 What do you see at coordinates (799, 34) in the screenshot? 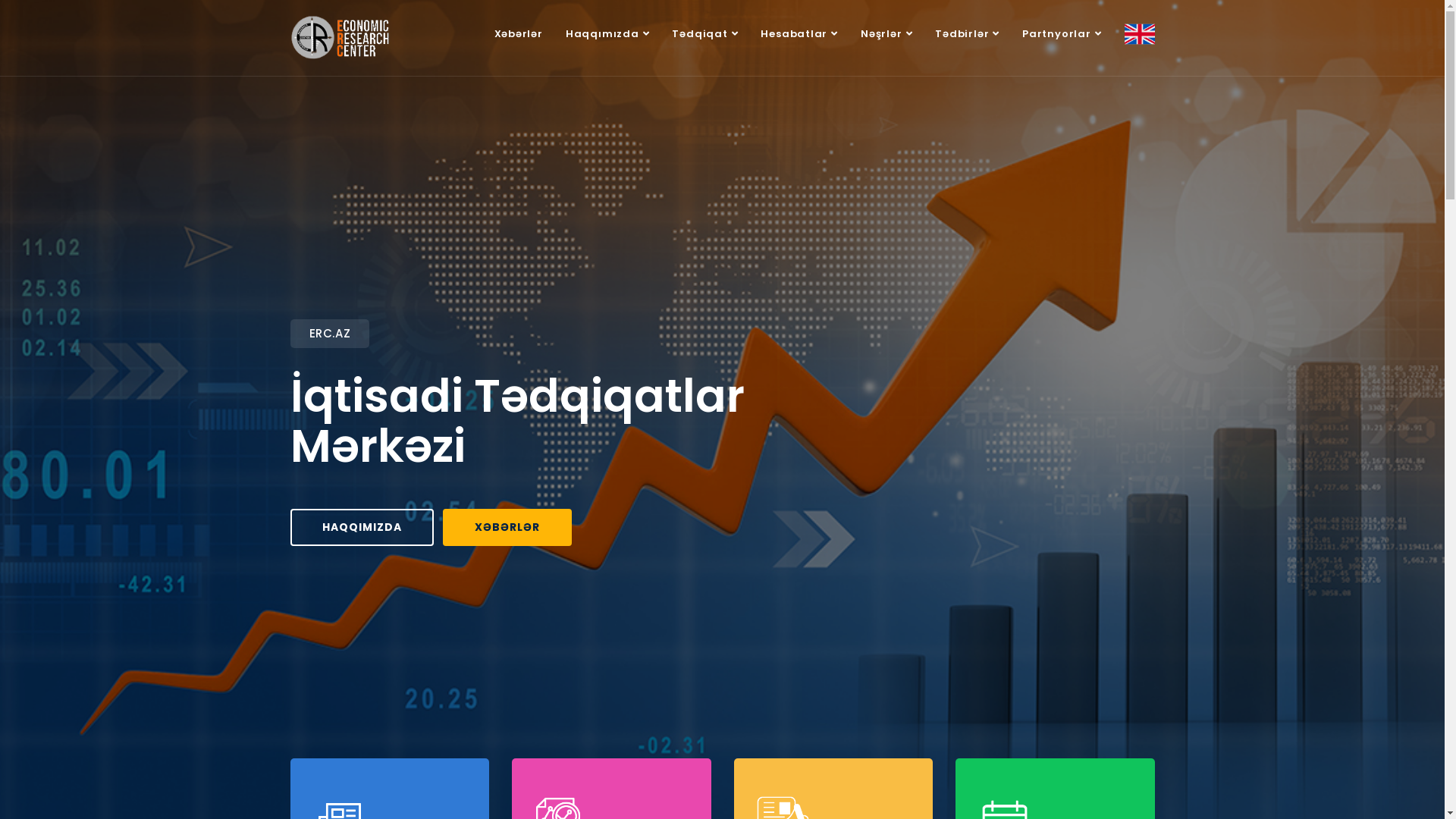
I see `'Hesabatlar'` at bounding box center [799, 34].